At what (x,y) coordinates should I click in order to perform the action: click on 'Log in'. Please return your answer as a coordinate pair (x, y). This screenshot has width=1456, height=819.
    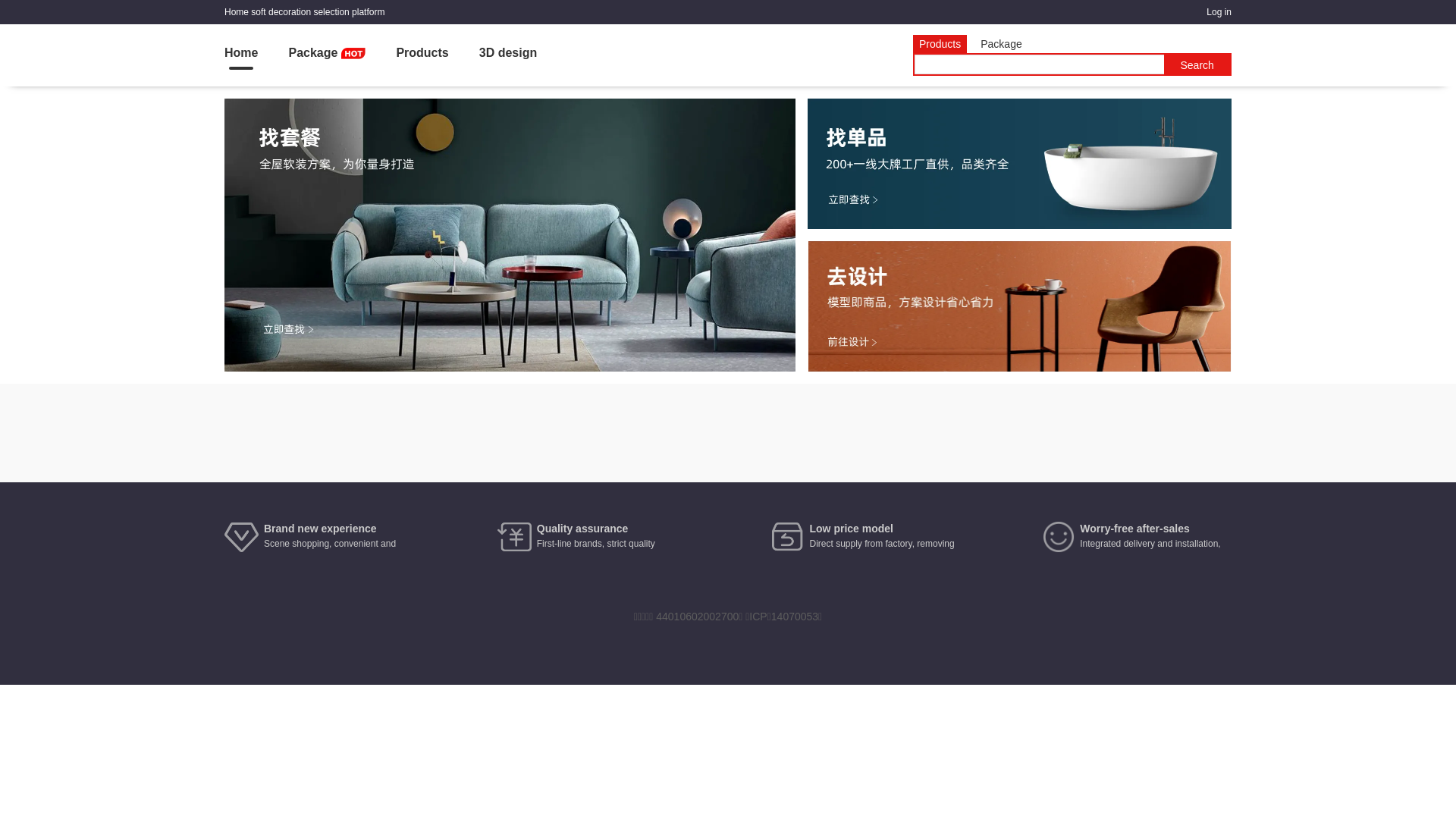
    Looking at the image, I should click on (1219, 11).